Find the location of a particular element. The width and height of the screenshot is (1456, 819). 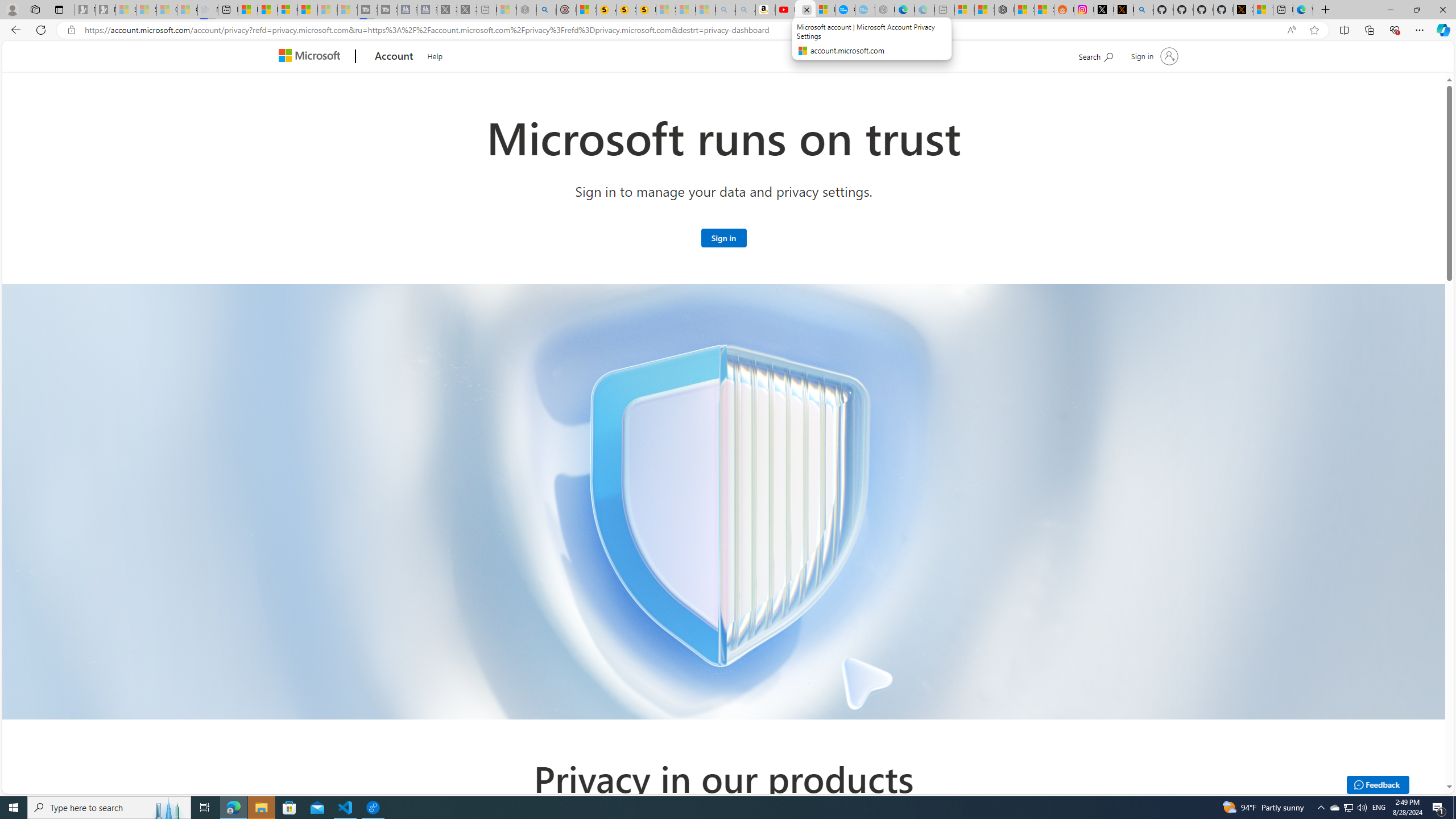

'Help' is located at coordinates (434, 54).